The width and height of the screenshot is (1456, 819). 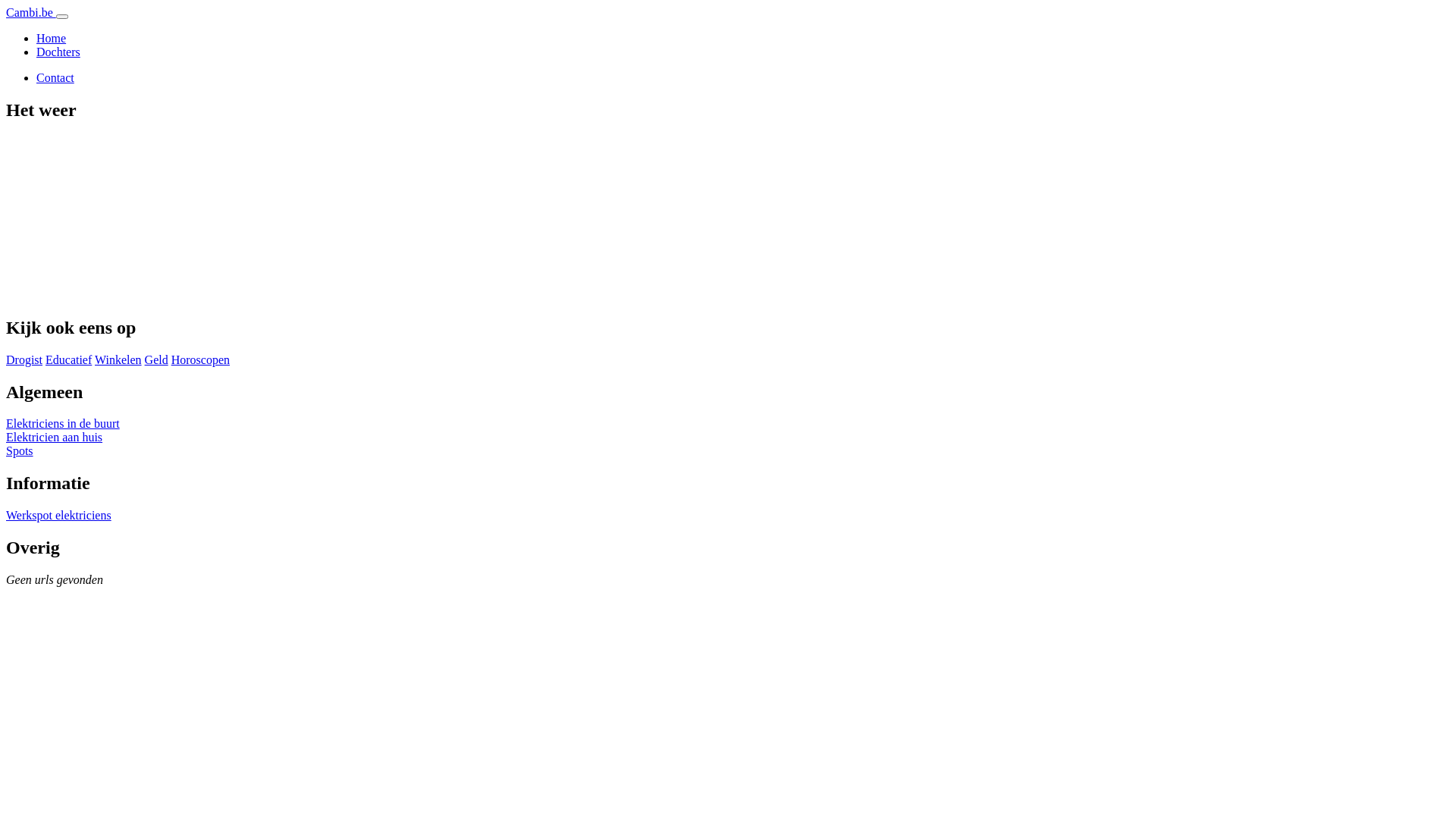 What do you see at coordinates (199, 359) in the screenshot?
I see `'Horoscopen'` at bounding box center [199, 359].